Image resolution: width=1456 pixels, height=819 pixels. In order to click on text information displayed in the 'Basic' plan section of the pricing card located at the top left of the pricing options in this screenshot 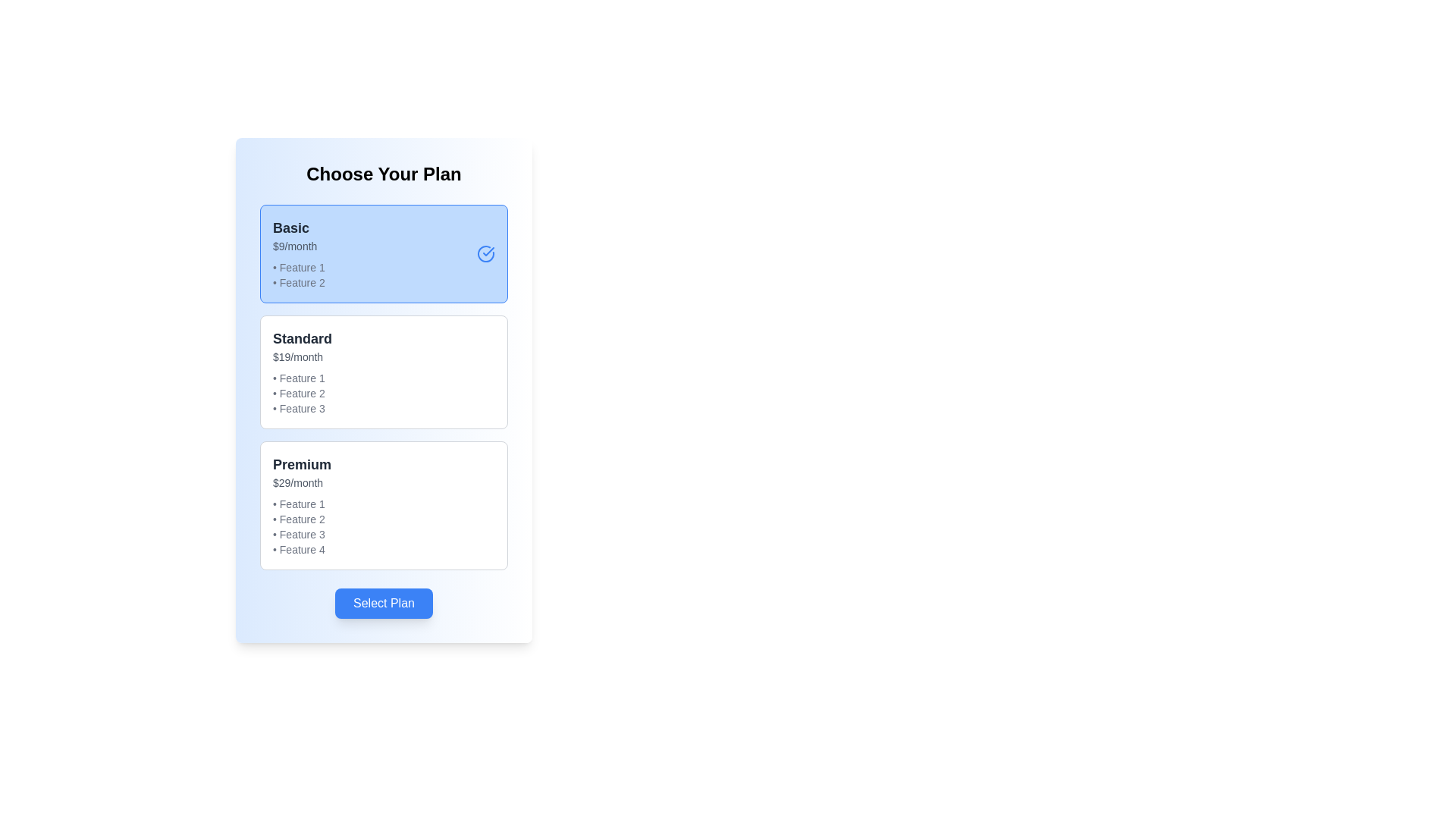, I will do `click(299, 253)`.